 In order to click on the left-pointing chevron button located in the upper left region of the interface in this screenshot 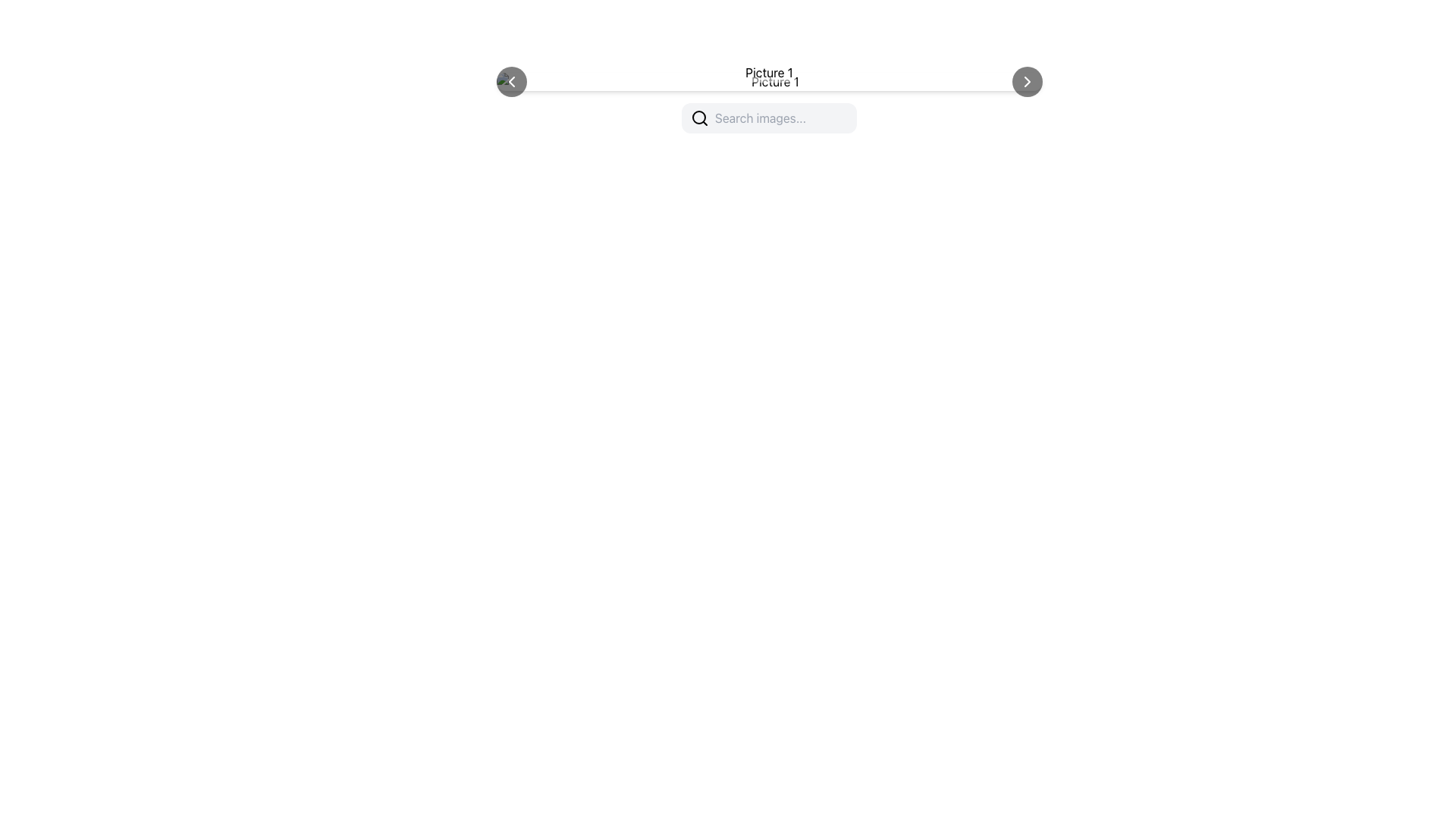, I will do `click(511, 82)`.